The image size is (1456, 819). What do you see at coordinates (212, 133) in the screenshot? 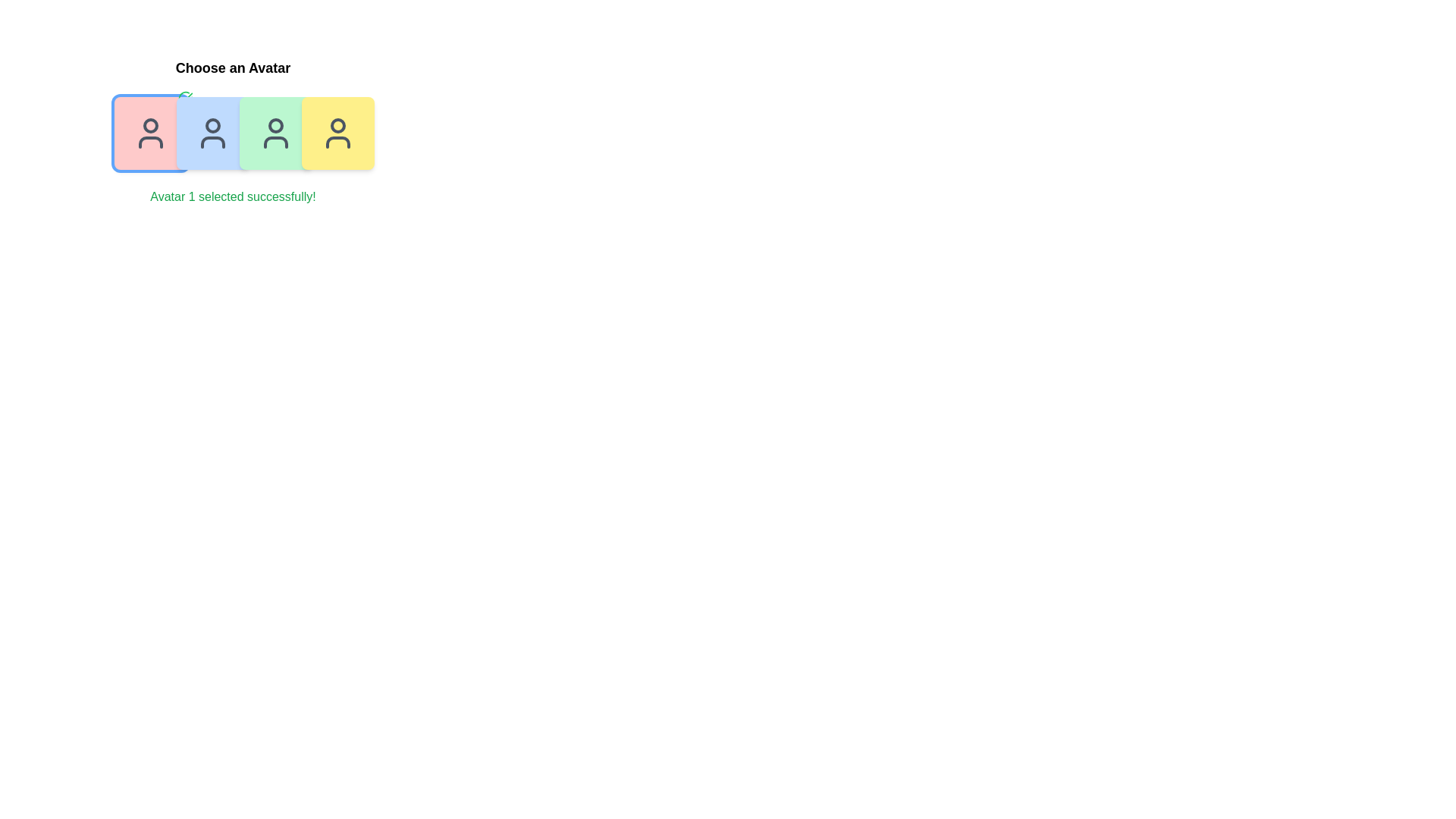
I see `the second tile in the row of avatar representation` at bounding box center [212, 133].